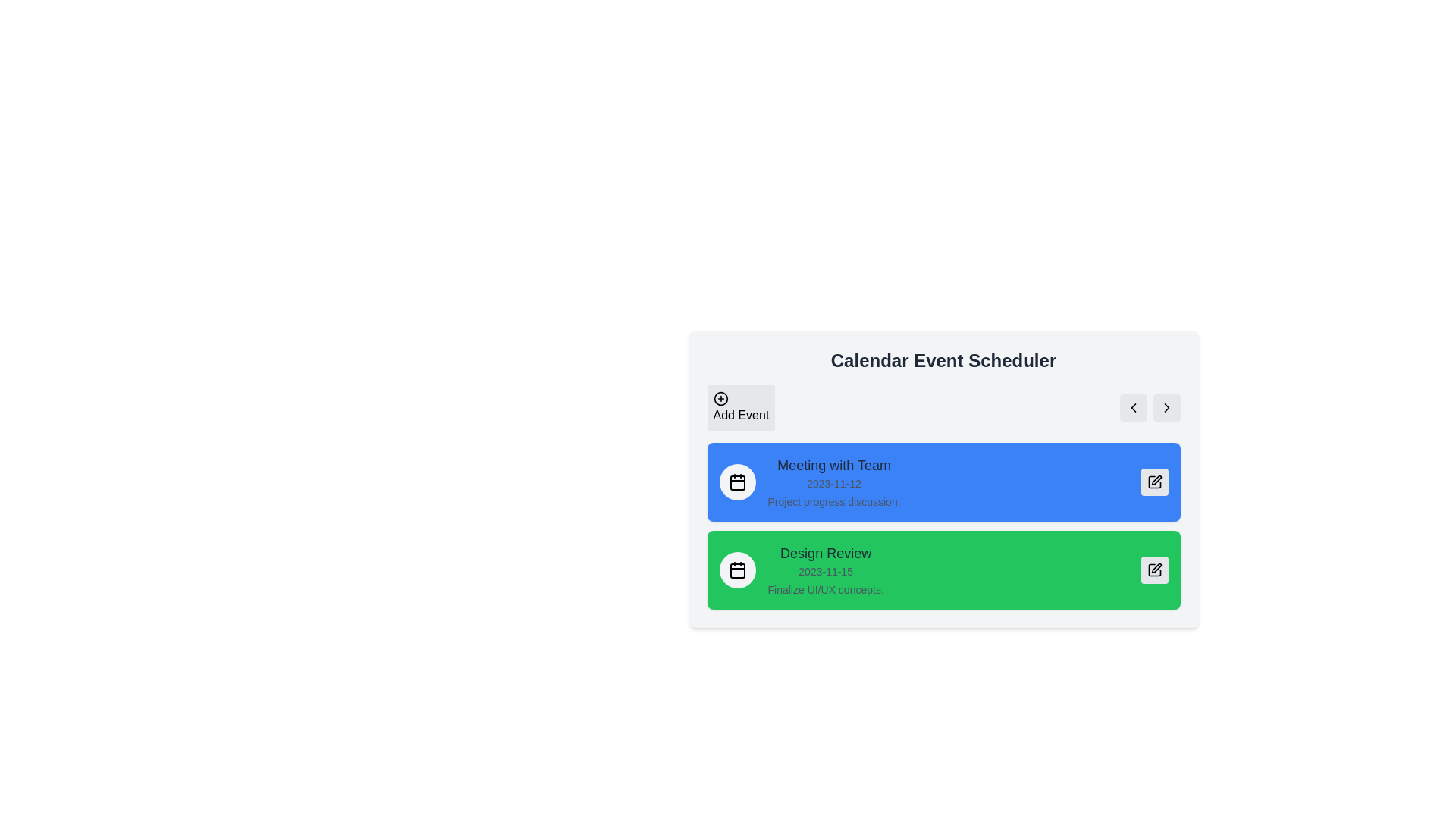 This screenshot has width=1456, height=819. What do you see at coordinates (1153, 570) in the screenshot?
I see `the edit button located in the bottom-right corner of the green 'Design Review' event card` at bounding box center [1153, 570].